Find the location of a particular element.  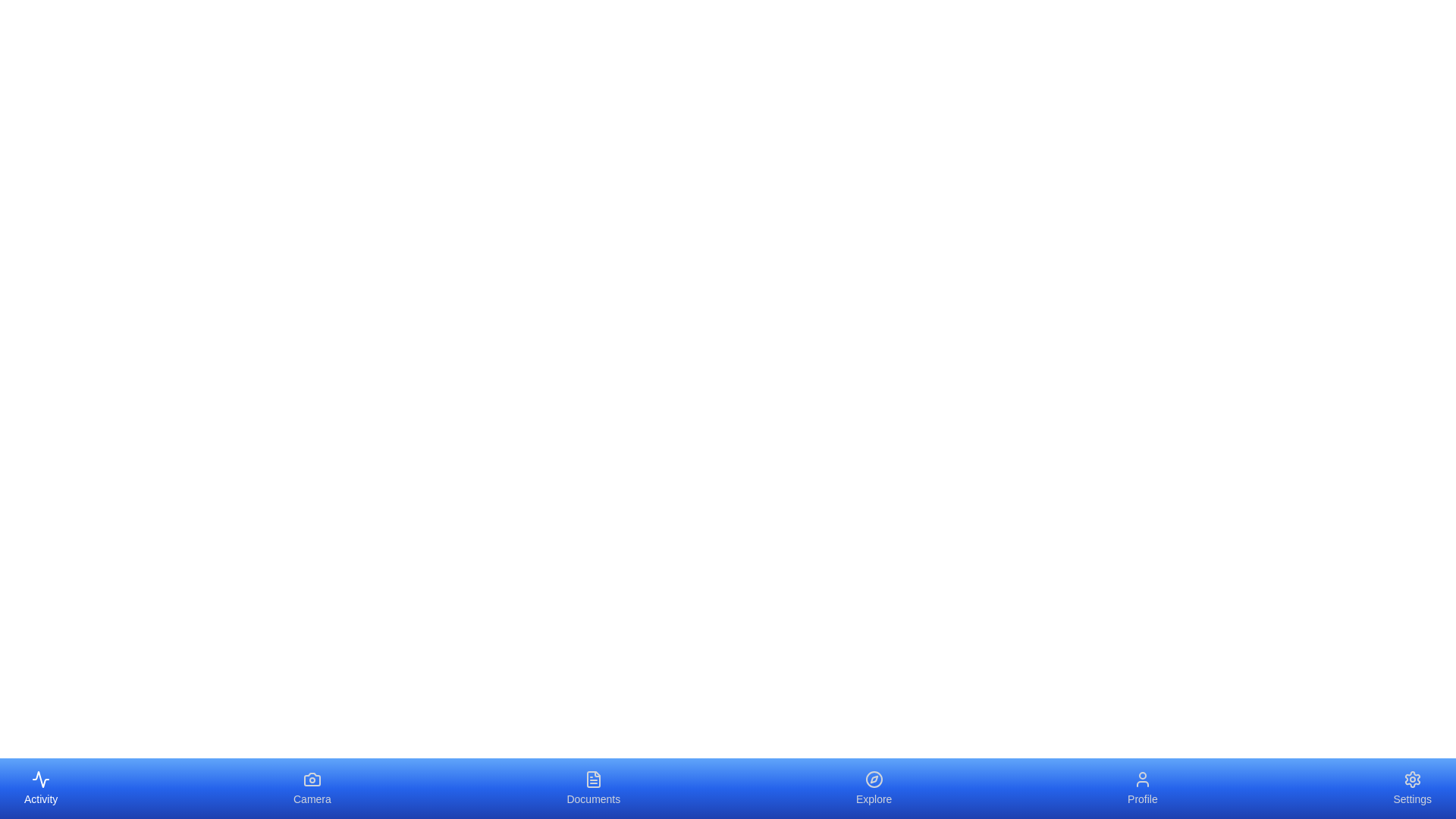

the Activity element to display its tooltip is located at coordinates (41, 788).